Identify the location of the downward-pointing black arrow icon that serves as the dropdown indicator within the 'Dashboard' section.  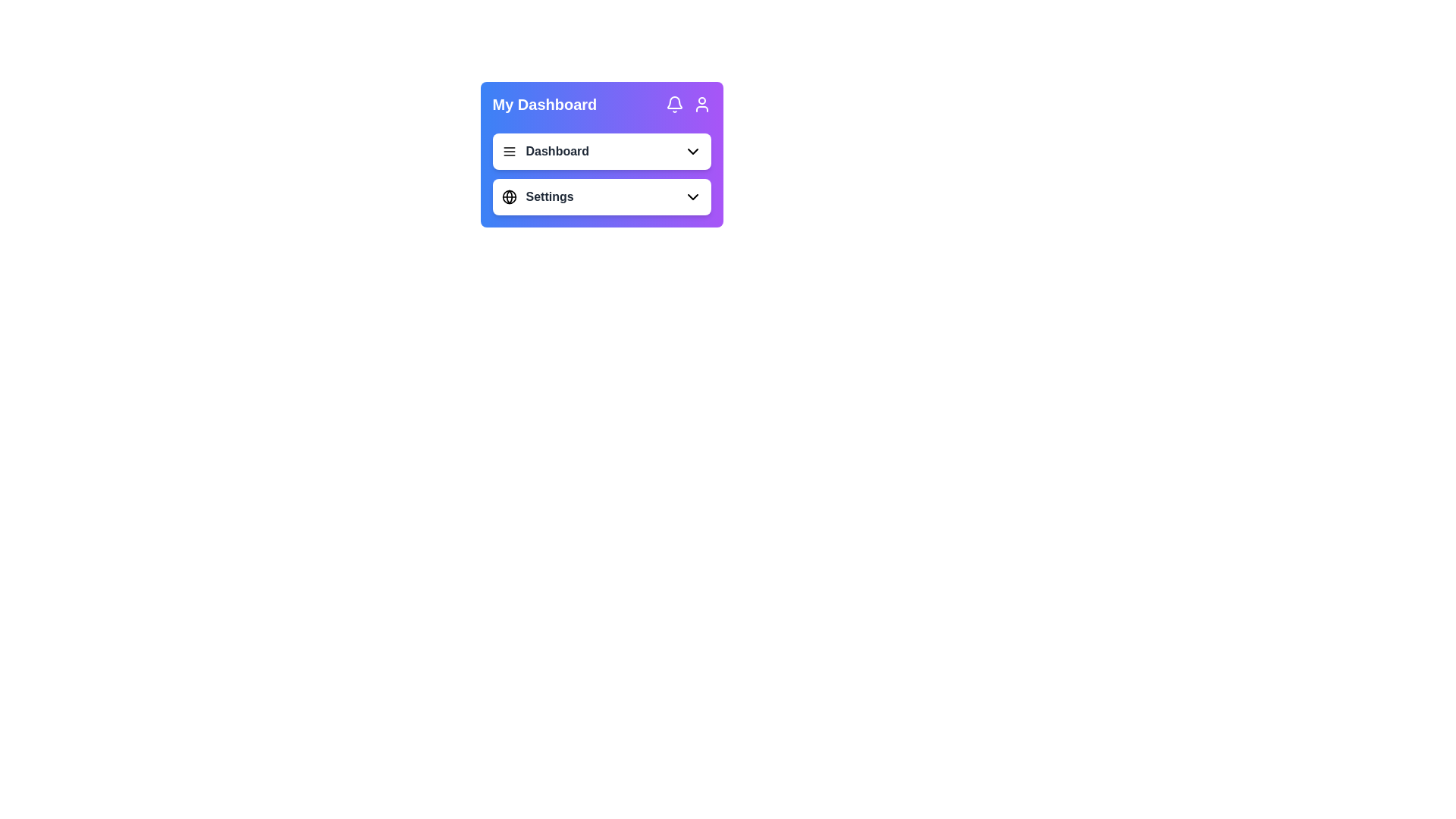
(692, 152).